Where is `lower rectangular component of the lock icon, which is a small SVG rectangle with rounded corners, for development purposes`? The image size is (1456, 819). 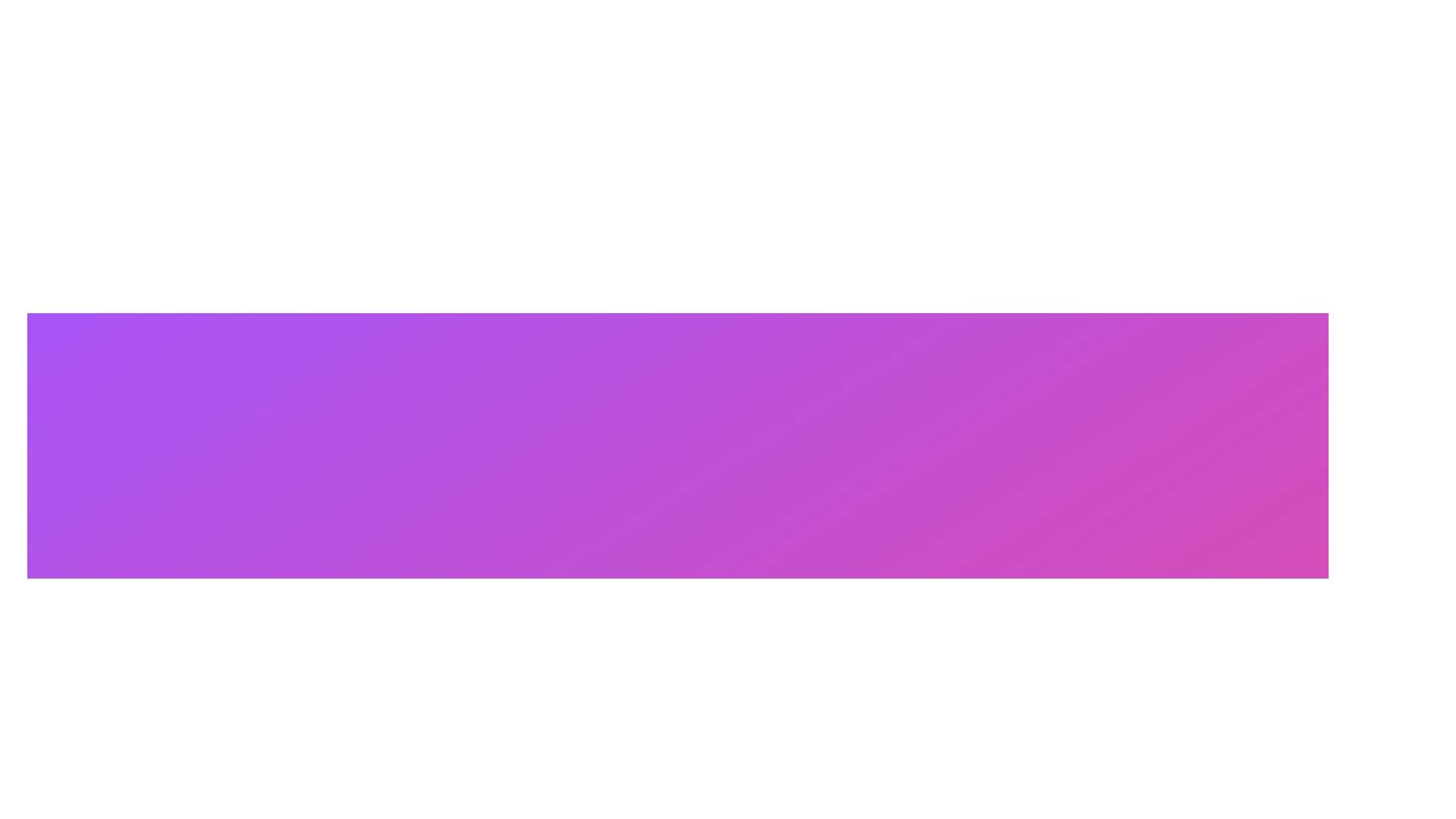 lower rectangular component of the lock icon, which is a small SVG rectangle with rounded corners, for development purposes is located at coordinates (567, 745).